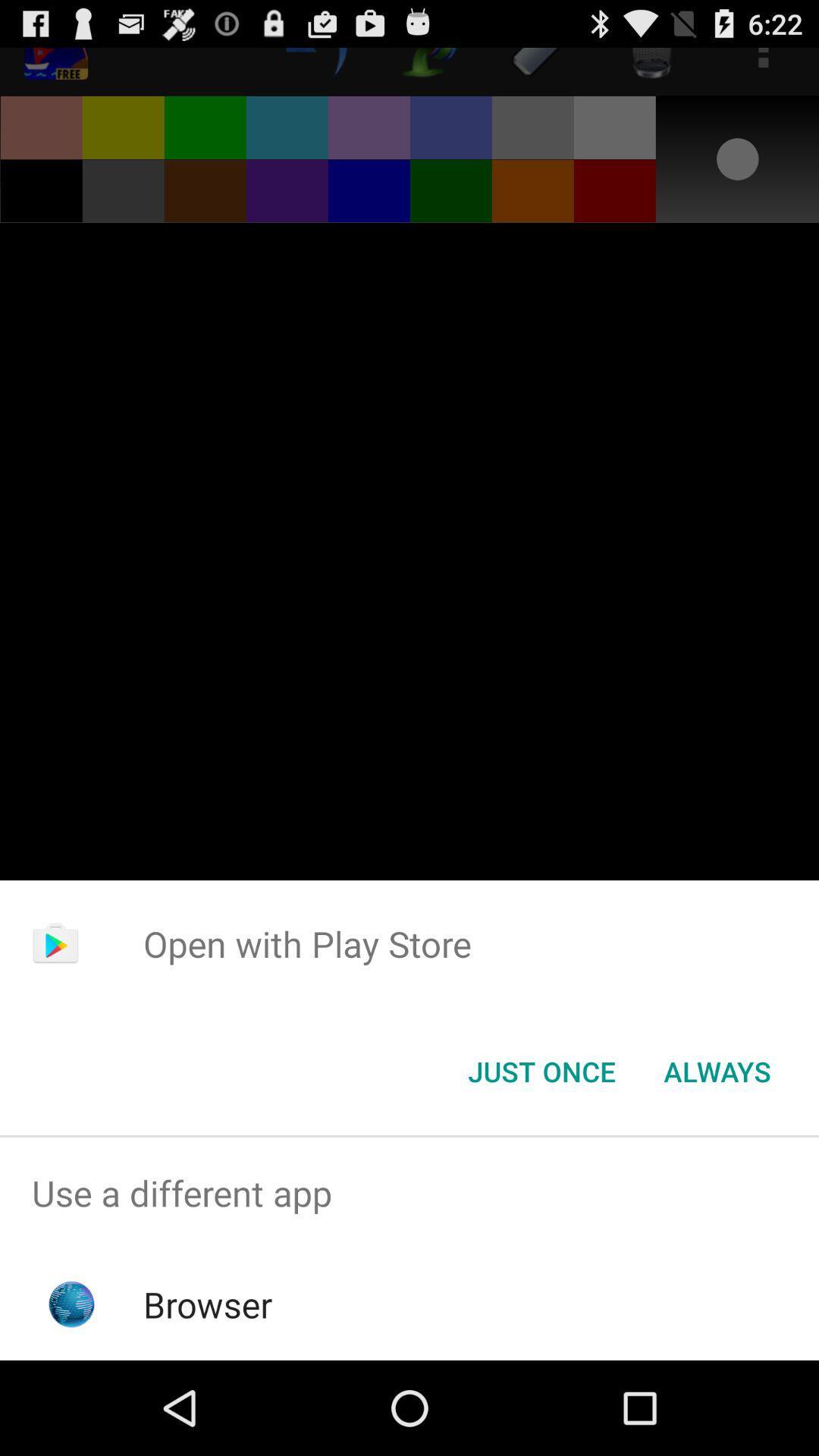 The width and height of the screenshot is (819, 1456). I want to click on icon next to just once item, so click(717, 1070).